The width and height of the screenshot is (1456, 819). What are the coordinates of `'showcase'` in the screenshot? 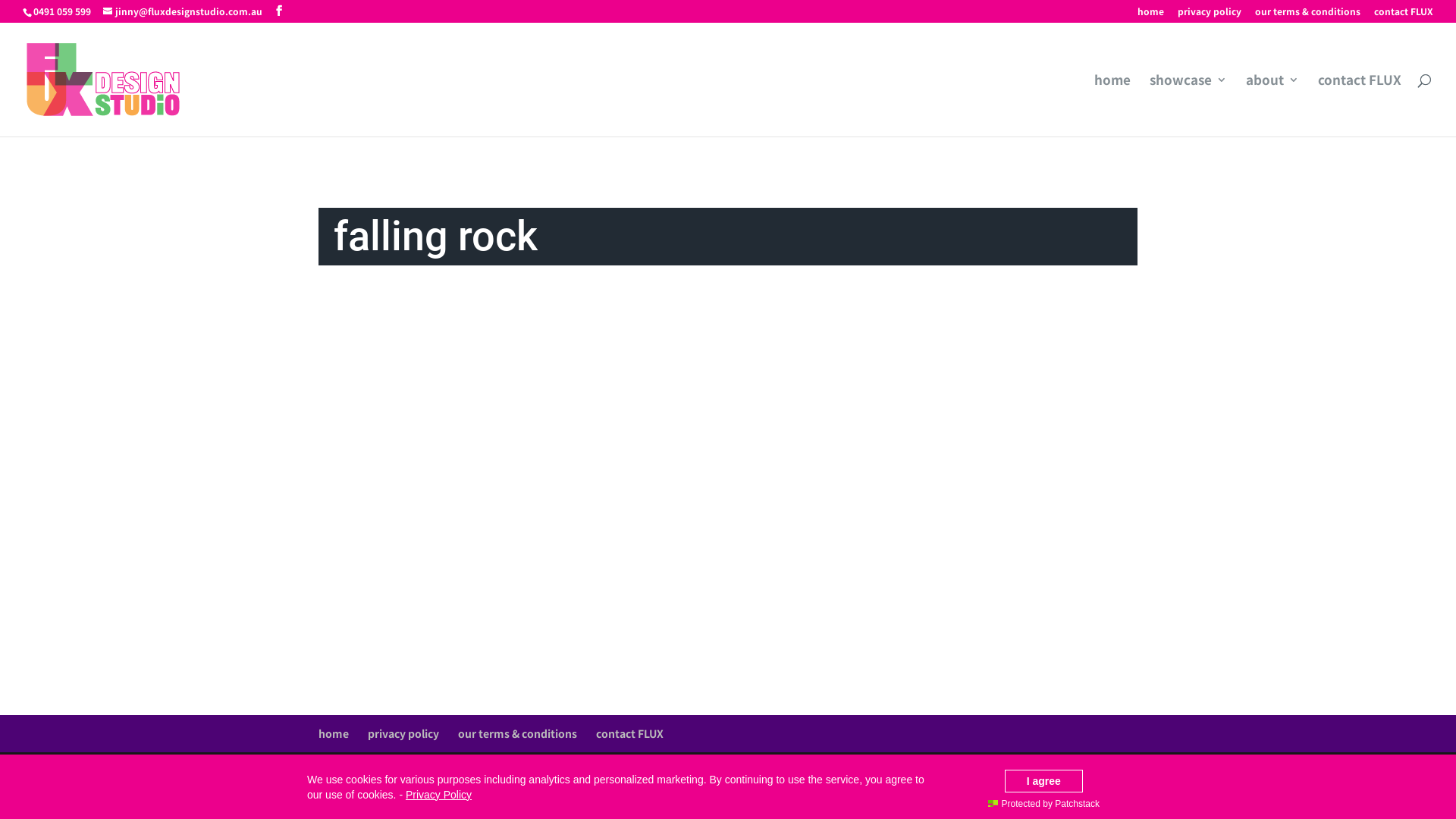 It's located at (1187, 104).